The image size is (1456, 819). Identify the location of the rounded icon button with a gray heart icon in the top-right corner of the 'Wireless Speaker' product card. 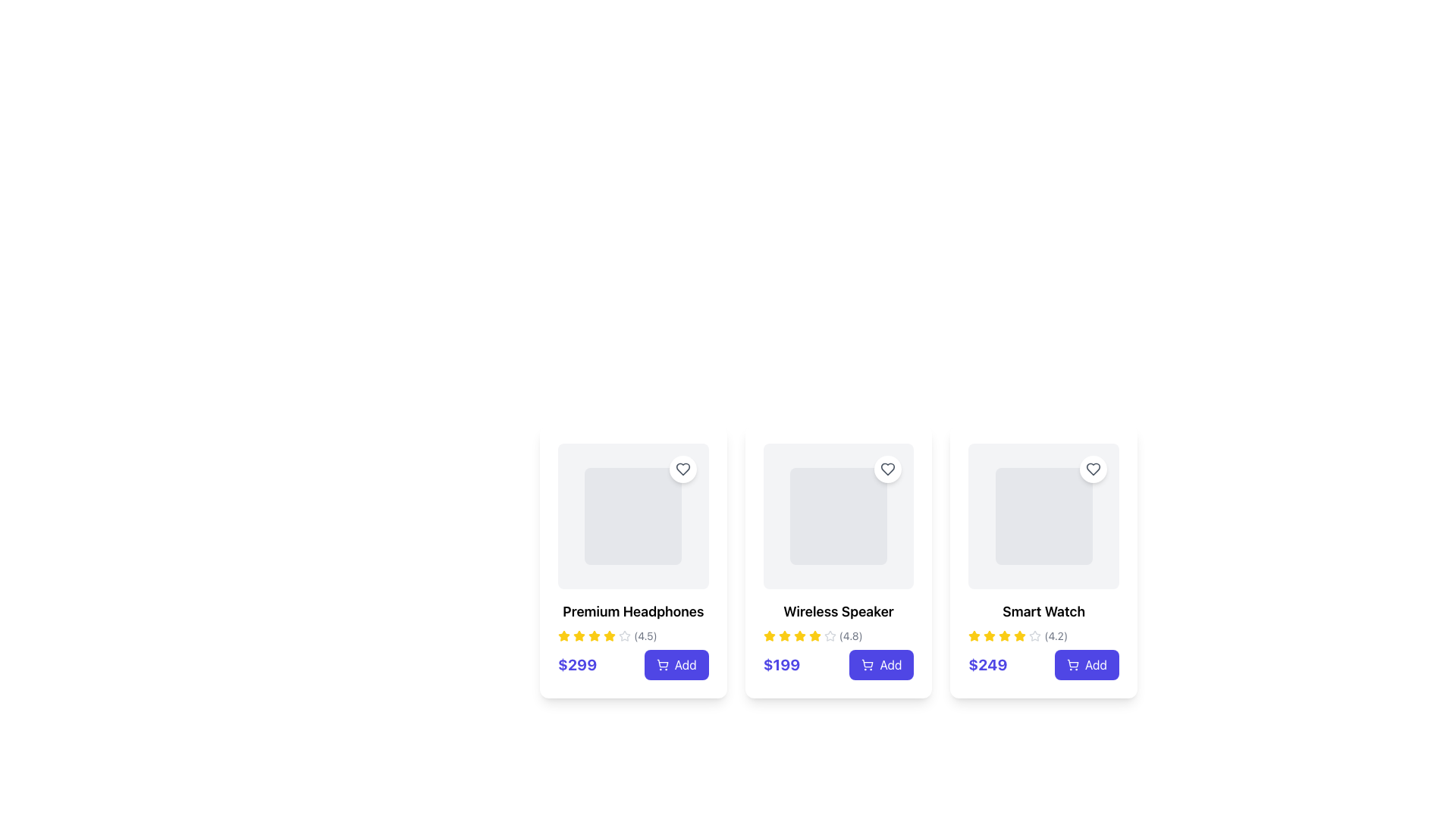
(888, 468).